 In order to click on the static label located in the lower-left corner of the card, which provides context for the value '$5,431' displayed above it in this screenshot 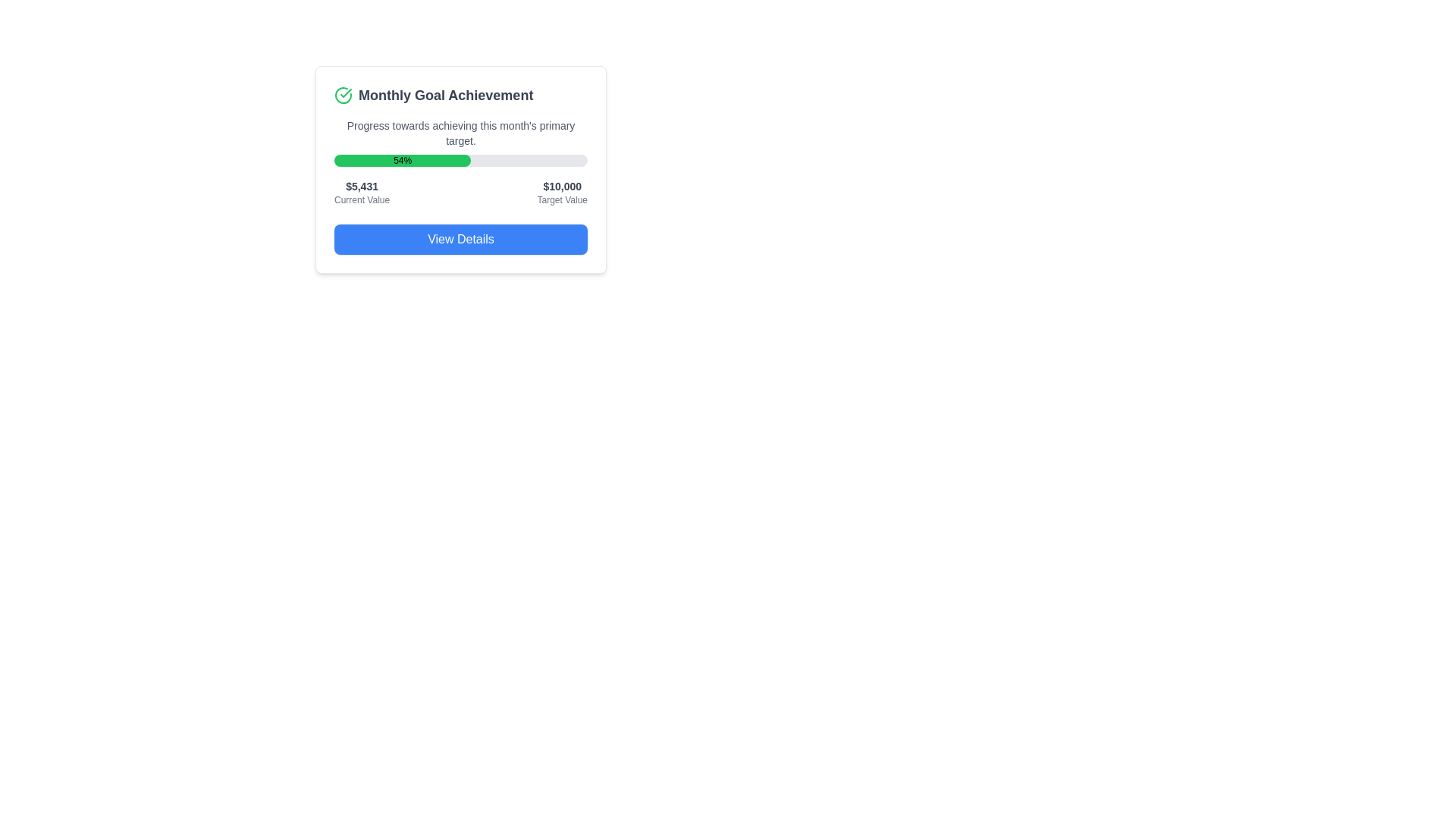, I will do `click(361, 199)`.